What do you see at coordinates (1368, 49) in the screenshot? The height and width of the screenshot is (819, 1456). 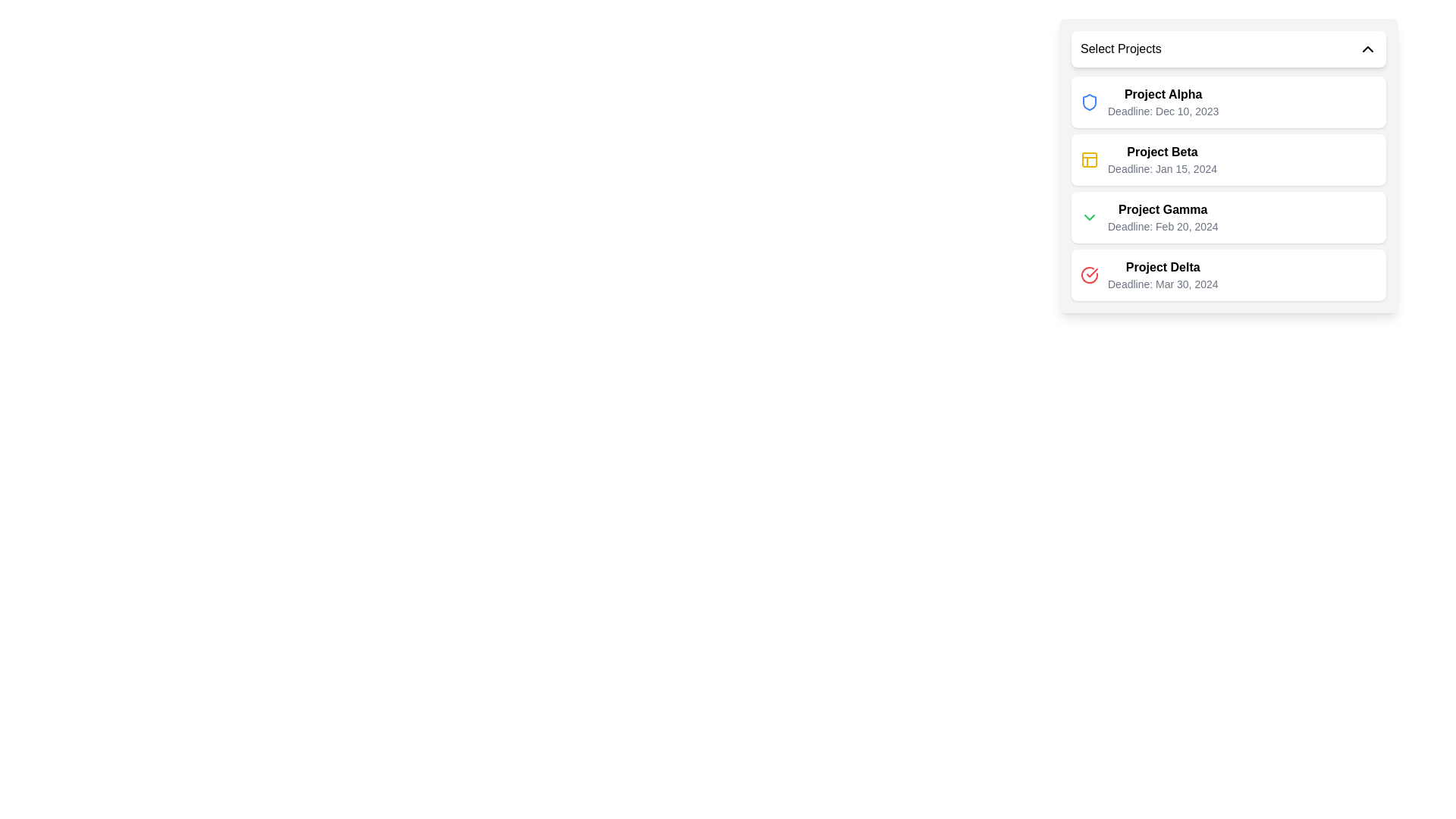 I see `the chevron icon located on the far-right side of the 'Select Projects' dropdown button` at bounding box center [1368, 49].